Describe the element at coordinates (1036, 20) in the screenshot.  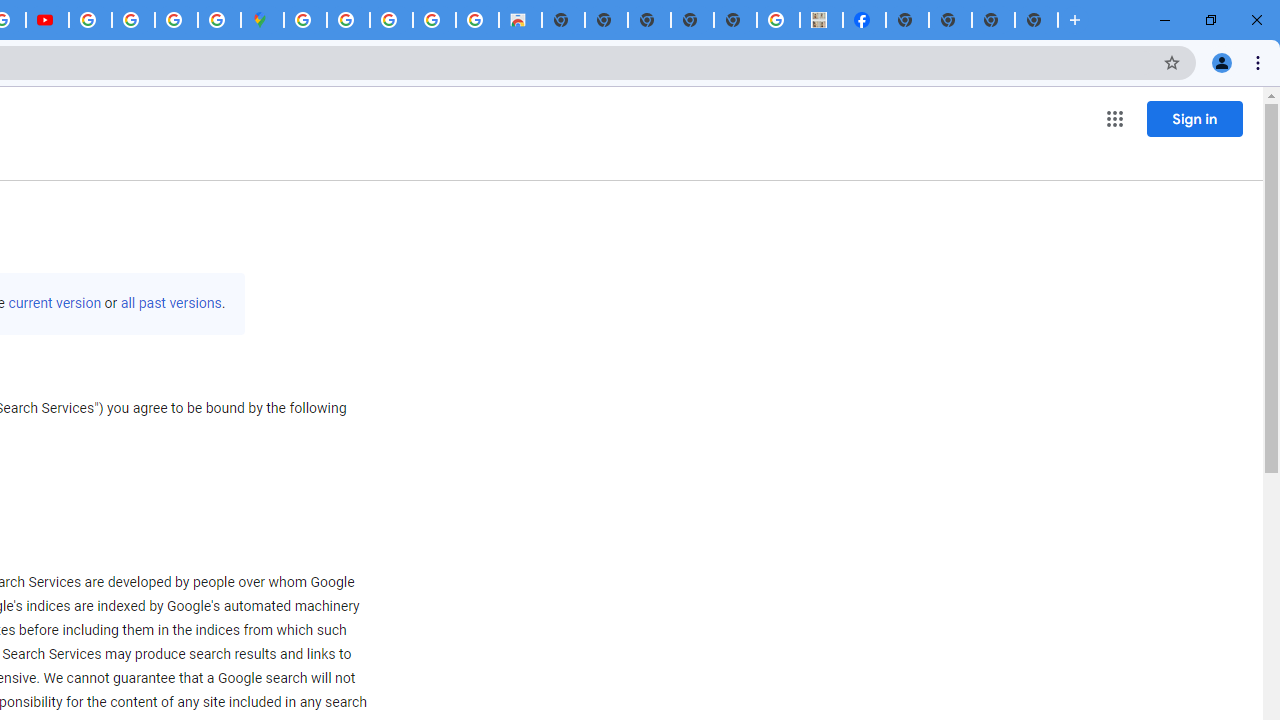
I see `'New Tab'` at that location.